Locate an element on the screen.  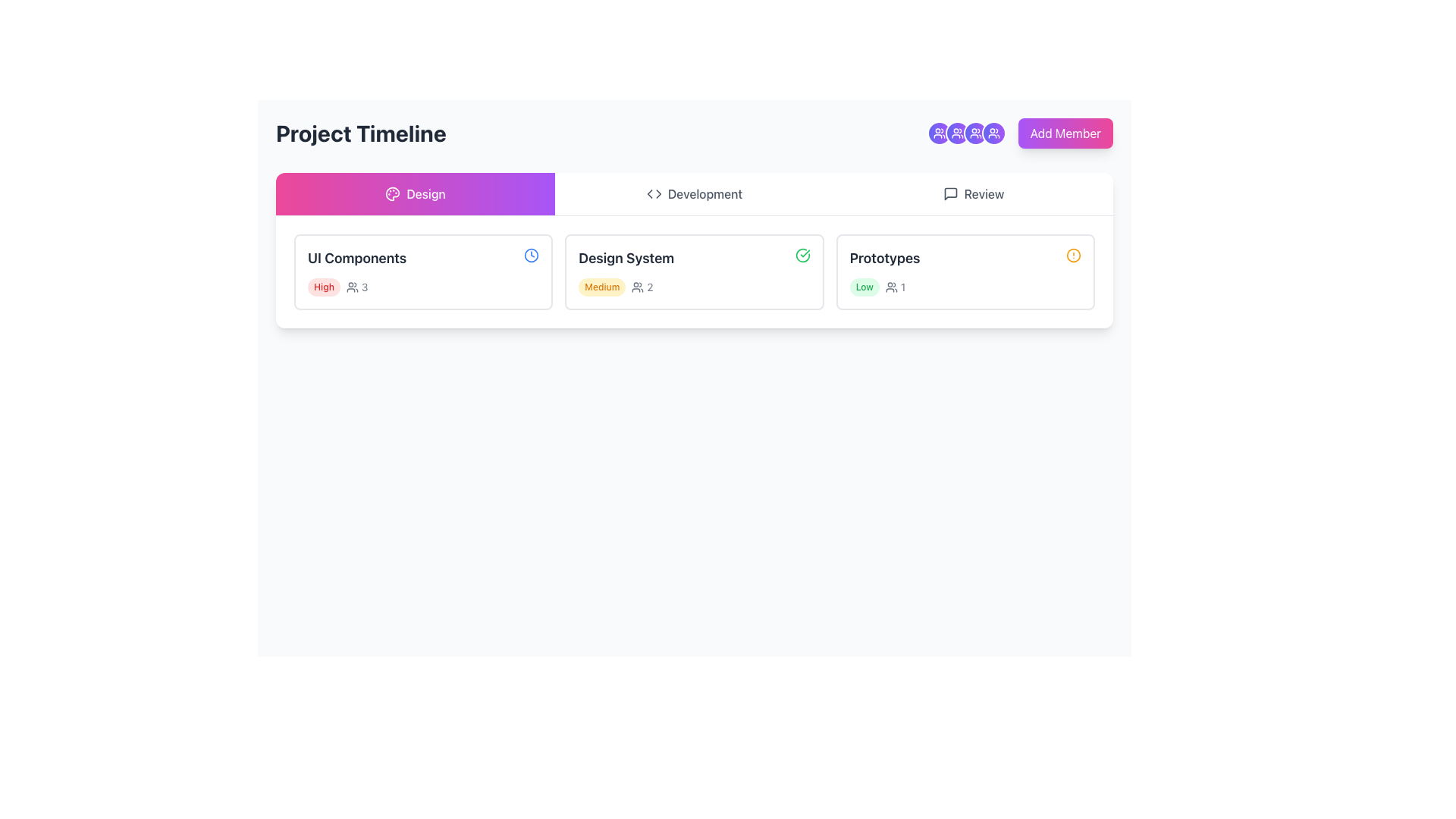
the text label displaying 'Development' in the navigation bar is located at coordinates (704, 193).